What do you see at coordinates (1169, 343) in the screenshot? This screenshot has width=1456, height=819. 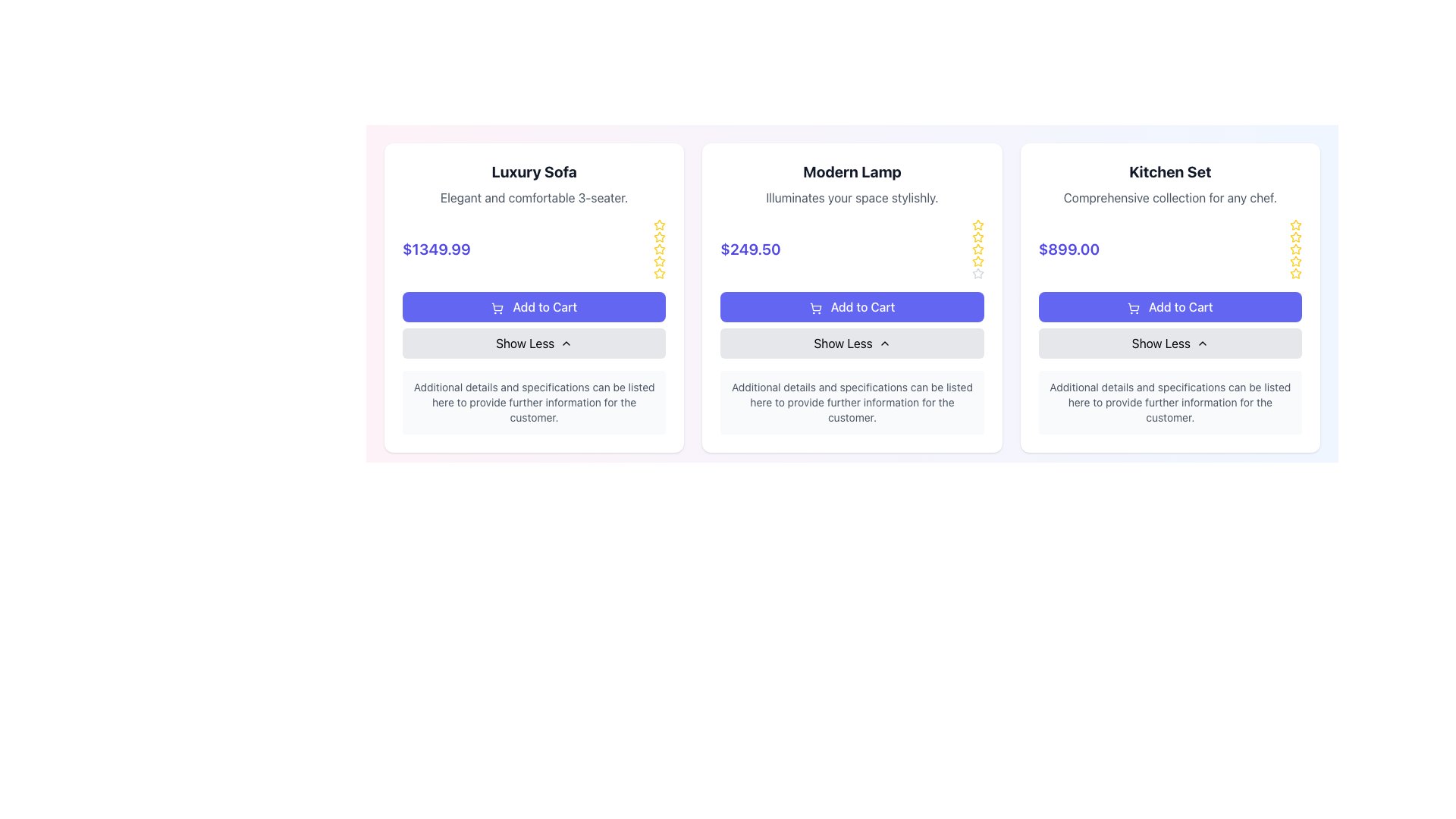 I see `the 'Show Less' button, which is a rectangular button with a light gray background and contains the text 'Show Less' in black, located below the 'Add to Cart' button on the 'Kitchen Set' card` at bounding box center [1169, 343].